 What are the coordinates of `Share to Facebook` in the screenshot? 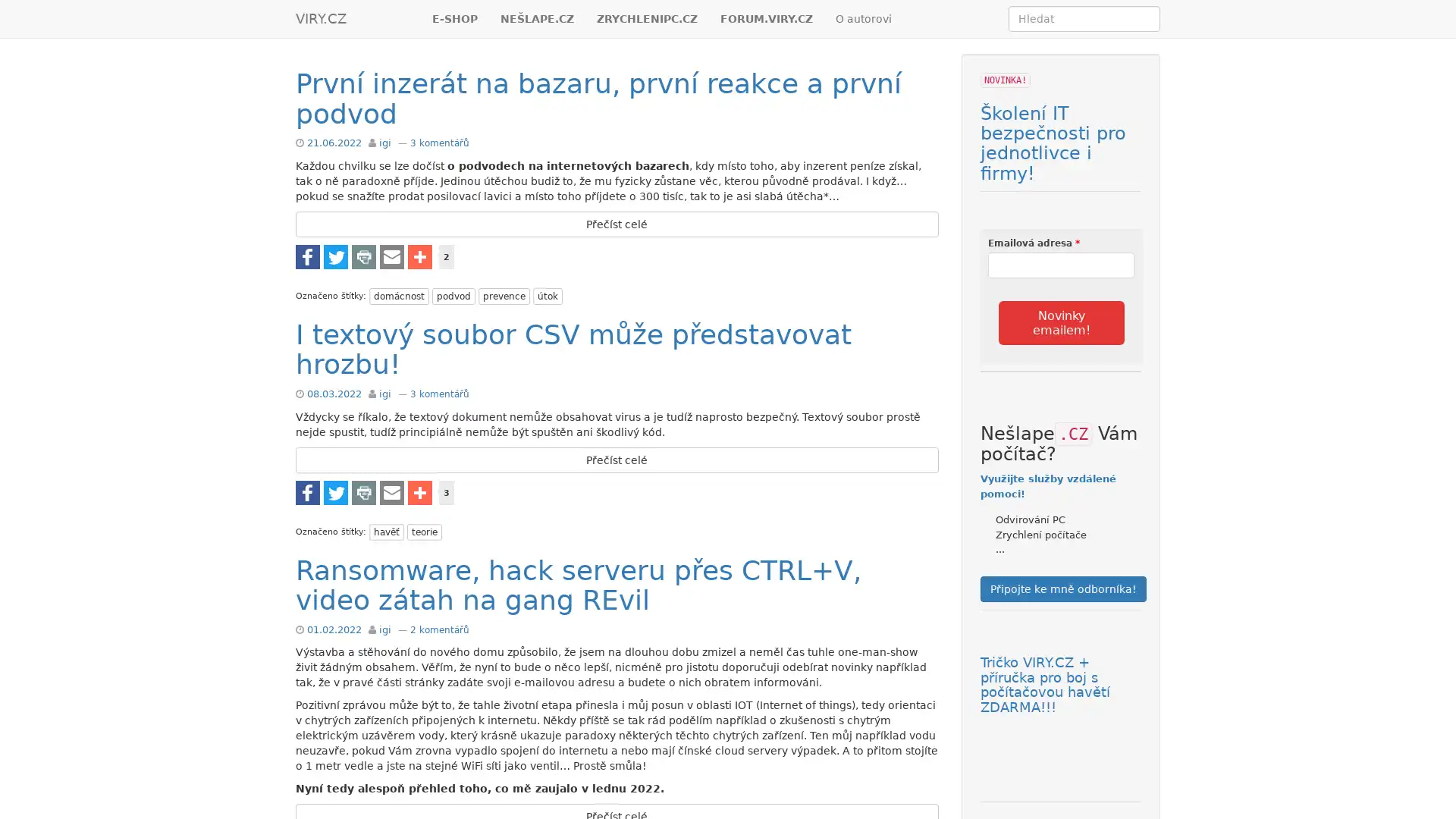 It's located at (307, 256).